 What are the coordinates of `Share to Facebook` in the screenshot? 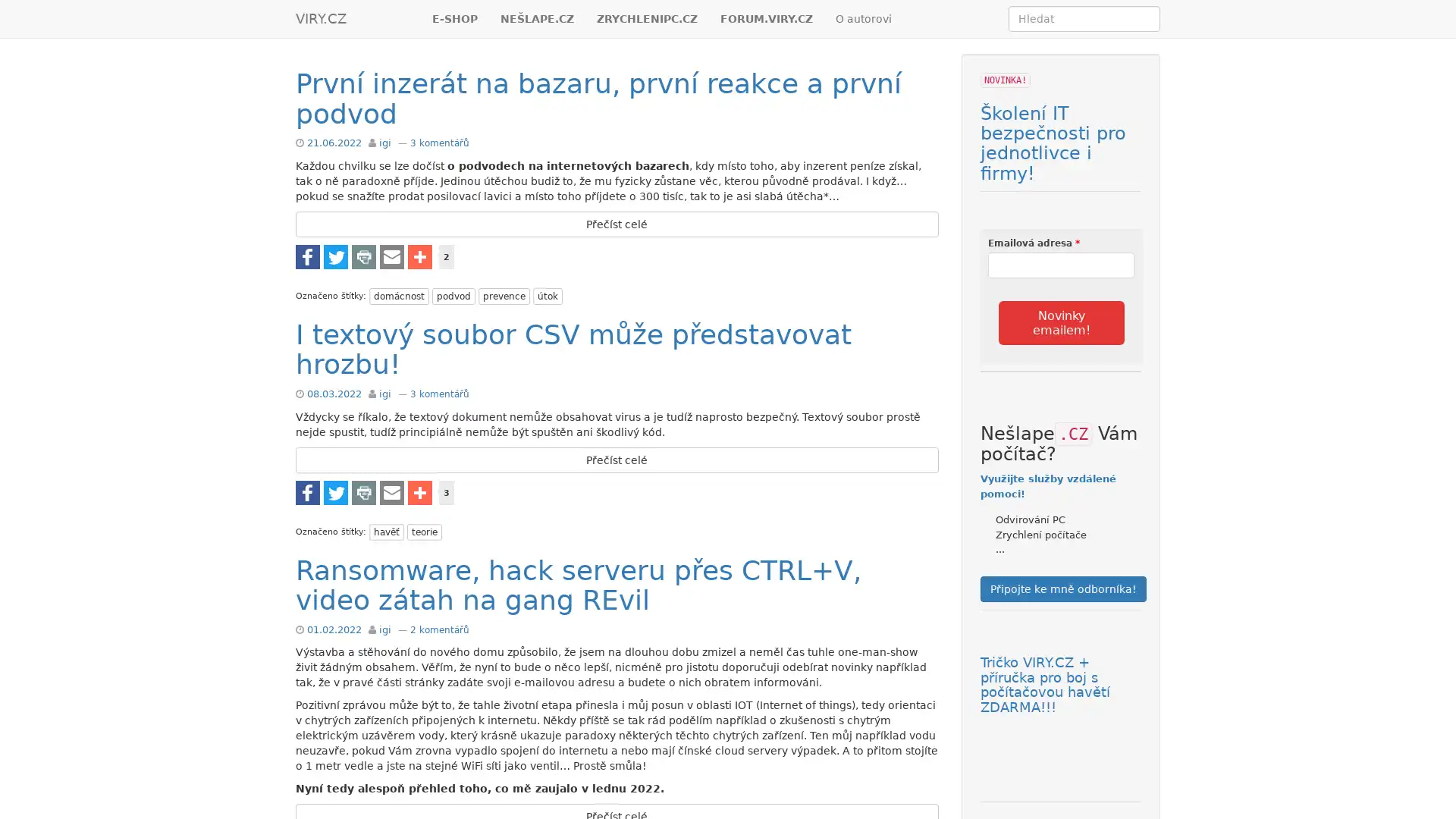 It's located at (307, 256).